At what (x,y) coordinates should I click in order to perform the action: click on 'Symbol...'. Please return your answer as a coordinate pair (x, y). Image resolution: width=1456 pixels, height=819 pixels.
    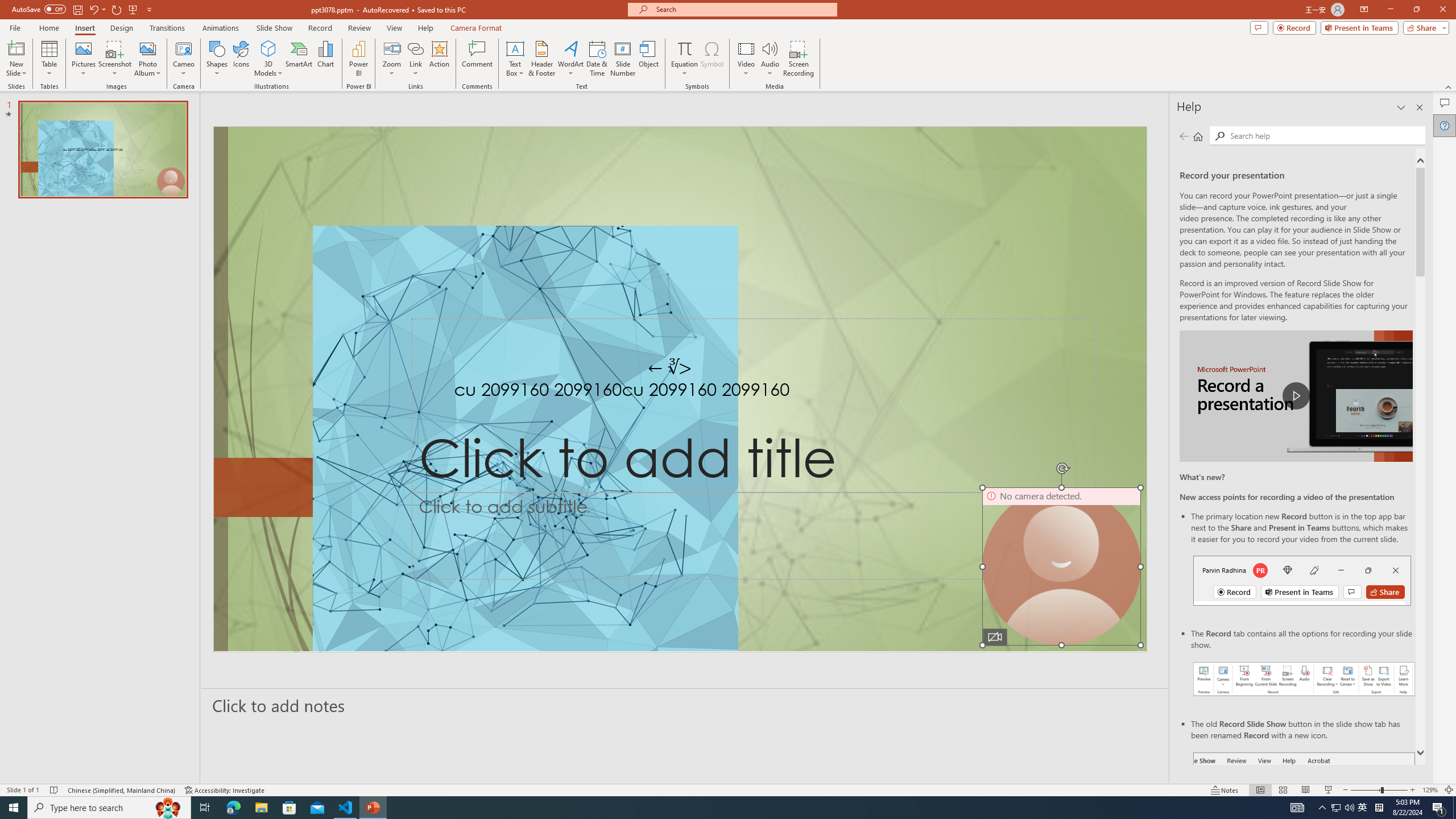
    Looking at the image, I should click on (712, 59).